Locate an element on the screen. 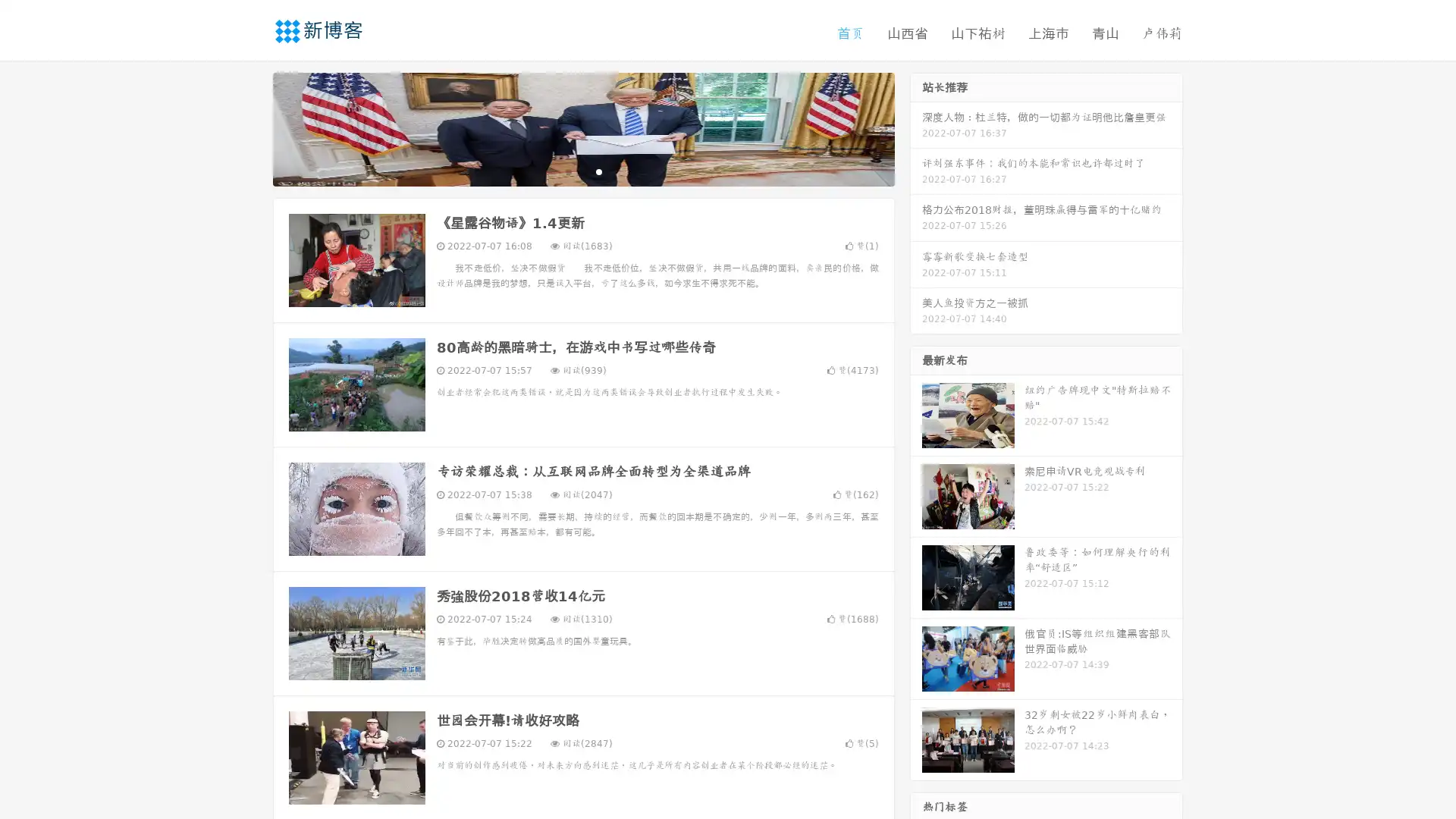 Image resolution: width=1456 pixels, height=819 pixels. Go to slide 1 is located at coordinates (567, 171).